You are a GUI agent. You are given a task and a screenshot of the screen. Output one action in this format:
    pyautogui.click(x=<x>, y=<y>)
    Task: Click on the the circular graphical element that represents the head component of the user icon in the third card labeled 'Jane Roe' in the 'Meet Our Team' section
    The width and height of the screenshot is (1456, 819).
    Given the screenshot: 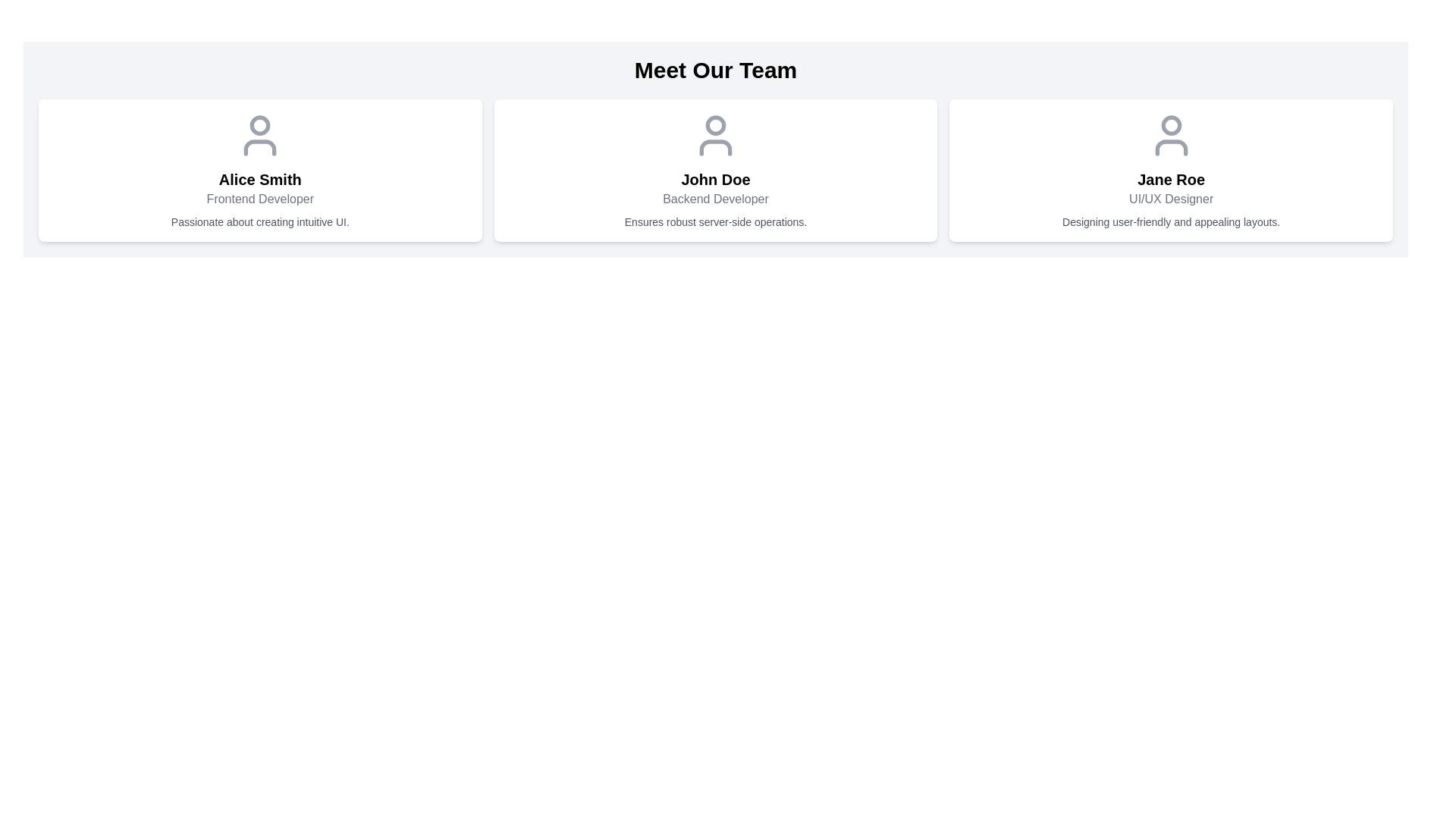 What is the action you would take?
    pyautogui.click(x=1170, y=124)
    